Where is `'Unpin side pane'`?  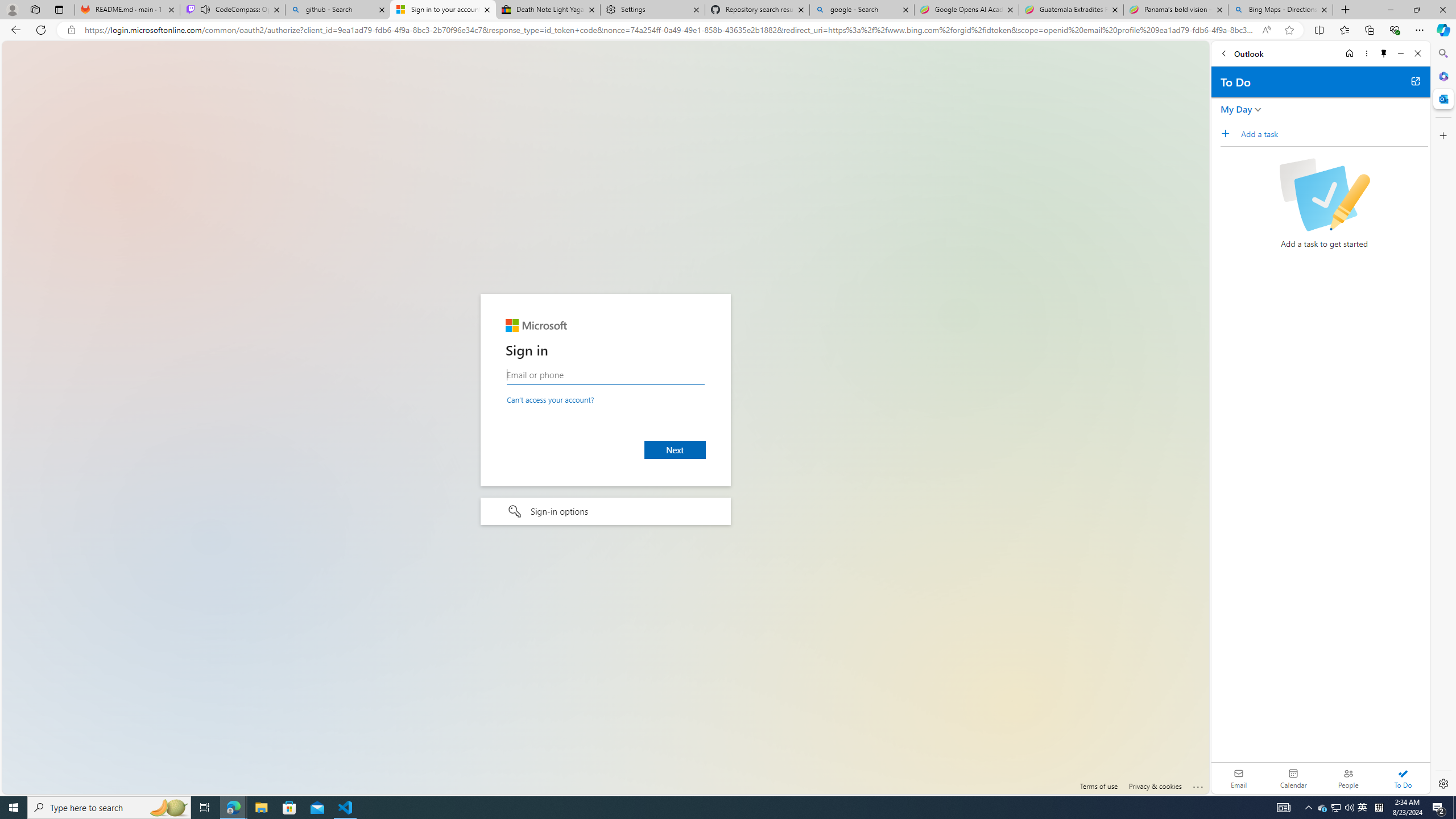 'Unpin side pane' is located at coordinates (1384, 53).